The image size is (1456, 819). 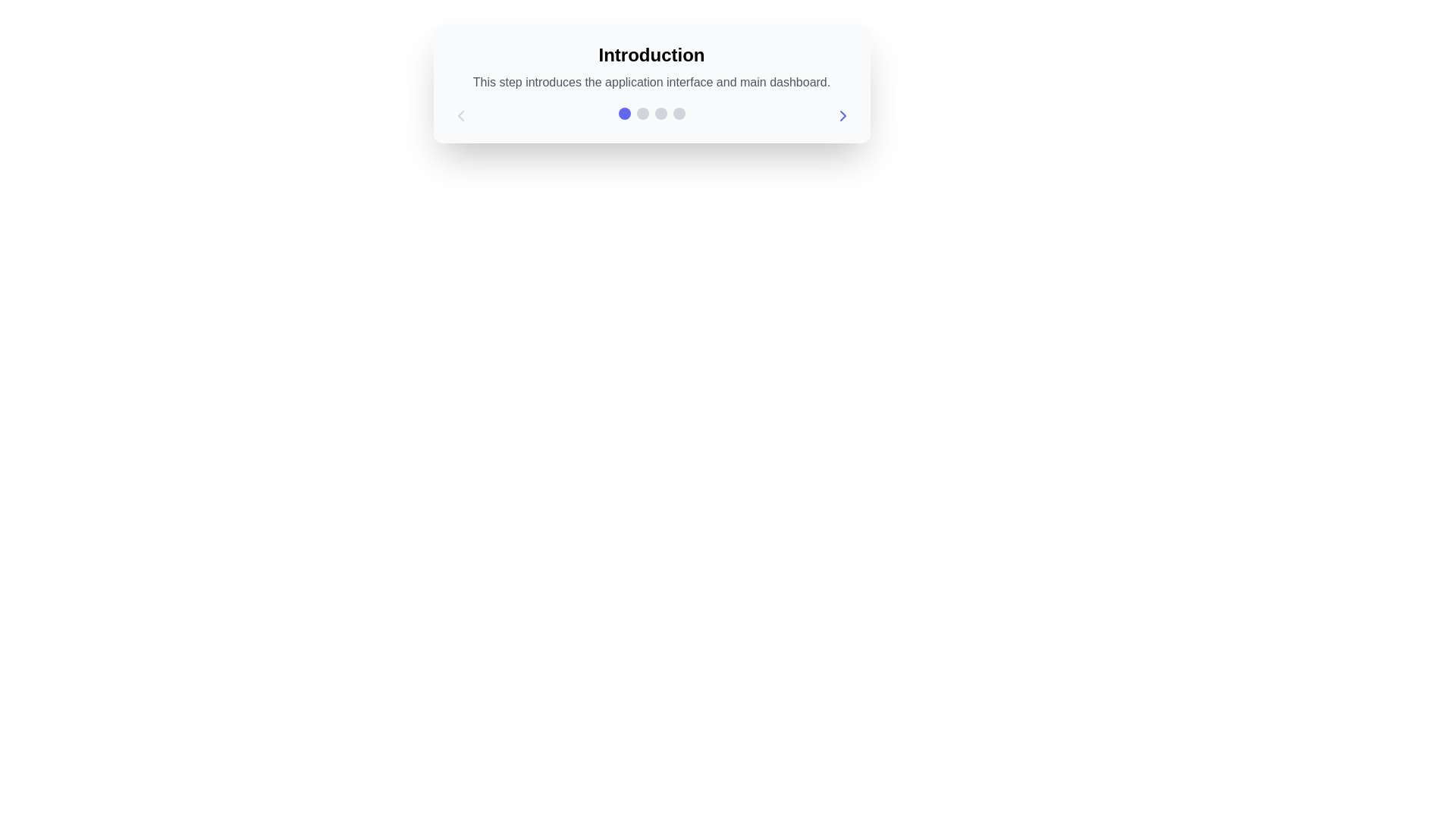 What do you see at coordinates (842, 115) in the screenshot?
I see `the right-facing chevron icon styled in bright indigo color` at bounding box center [842, 115].